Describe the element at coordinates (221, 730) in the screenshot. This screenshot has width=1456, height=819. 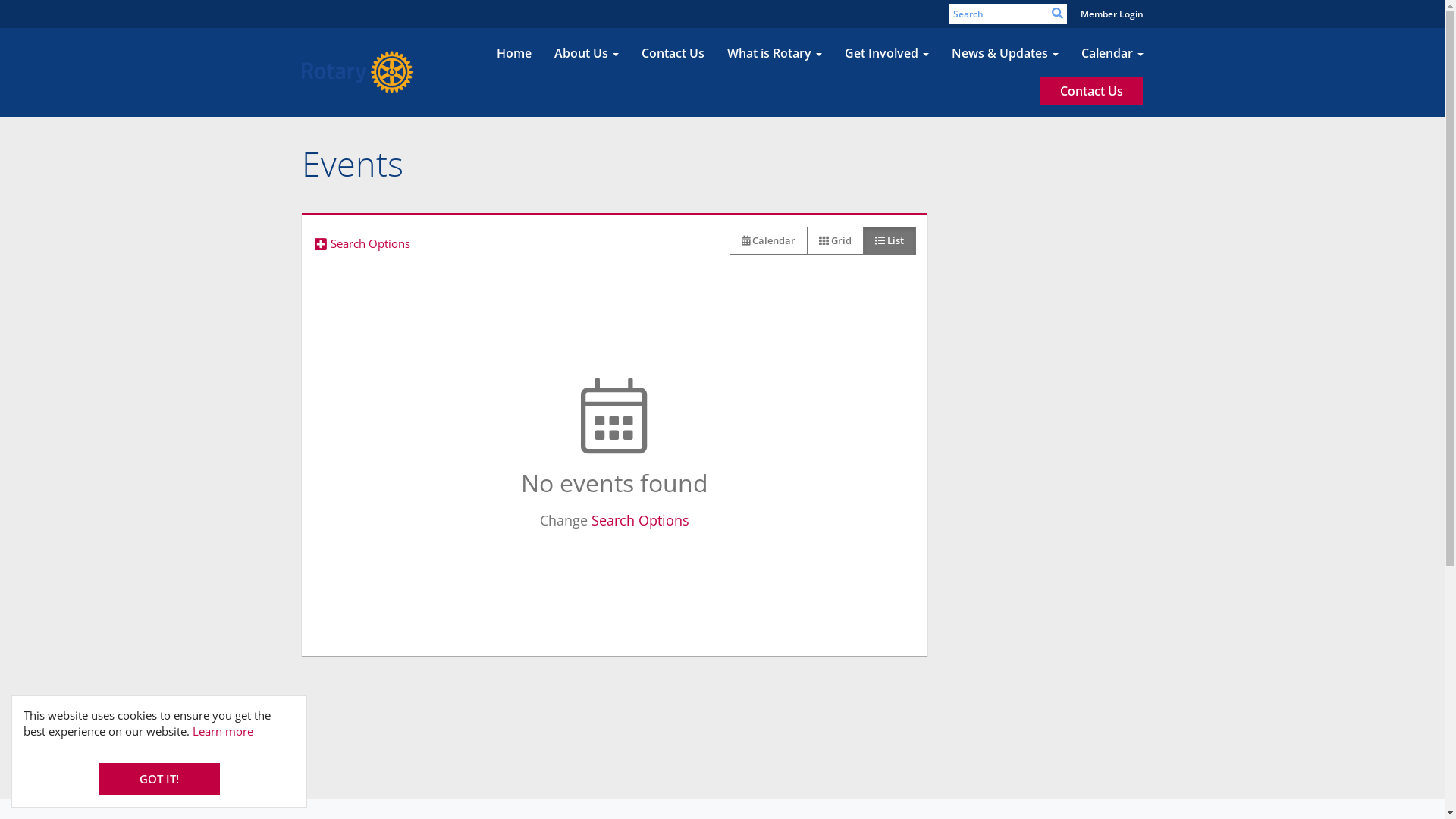
I see `'Learn more'` at that location.